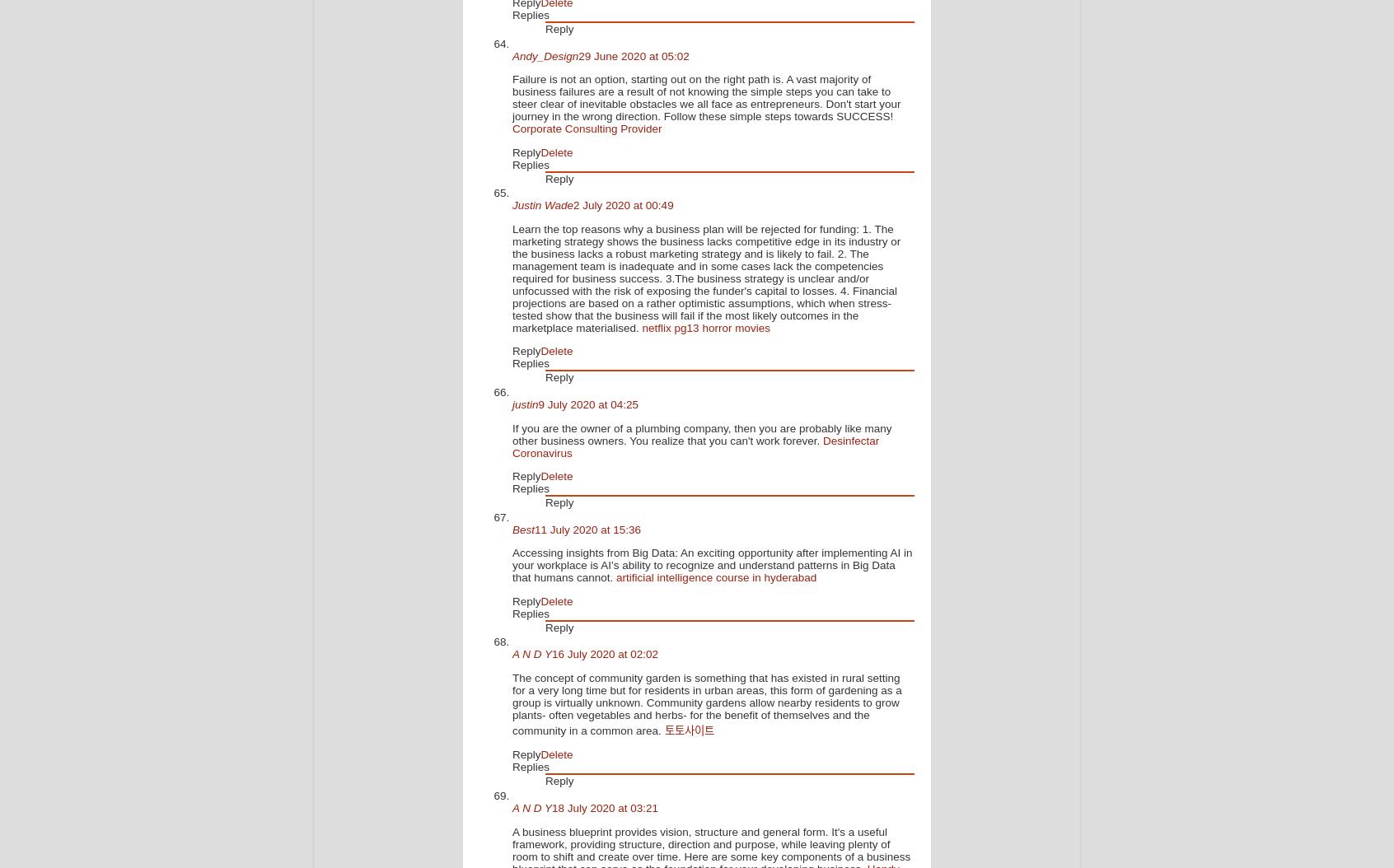 This screenshot has width=1394, height=868. Describe the element at coordinates (705, 97) in the screenshot. I see `'Failure is not an option, starting out on the right path is. A vast majority of business failures are a result of not knowing the simple steps you can take to steer clear of inevitable obstacles we all face as entrepreneurs. Don't start your journey in the wrong direction. Follow these simple steps towards SUCCESS!'` at that location.